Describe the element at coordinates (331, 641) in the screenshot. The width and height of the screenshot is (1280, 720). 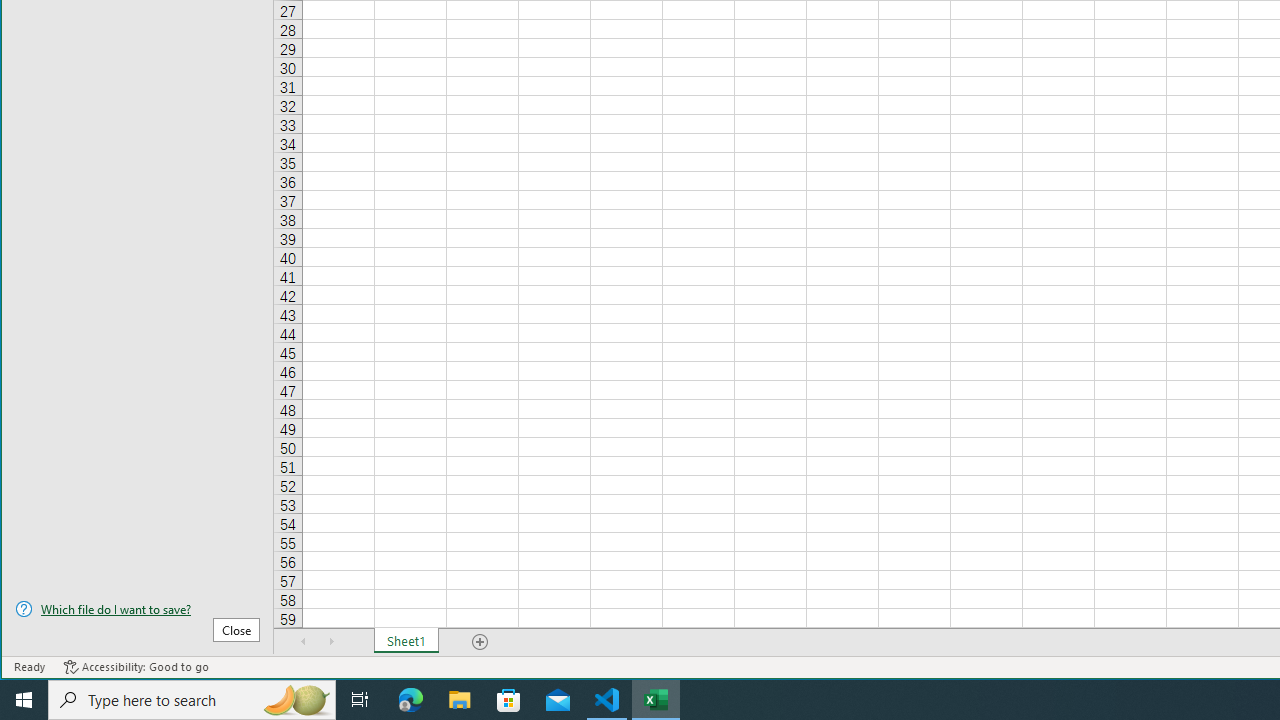
I see `'Scroll Right'` at that location.